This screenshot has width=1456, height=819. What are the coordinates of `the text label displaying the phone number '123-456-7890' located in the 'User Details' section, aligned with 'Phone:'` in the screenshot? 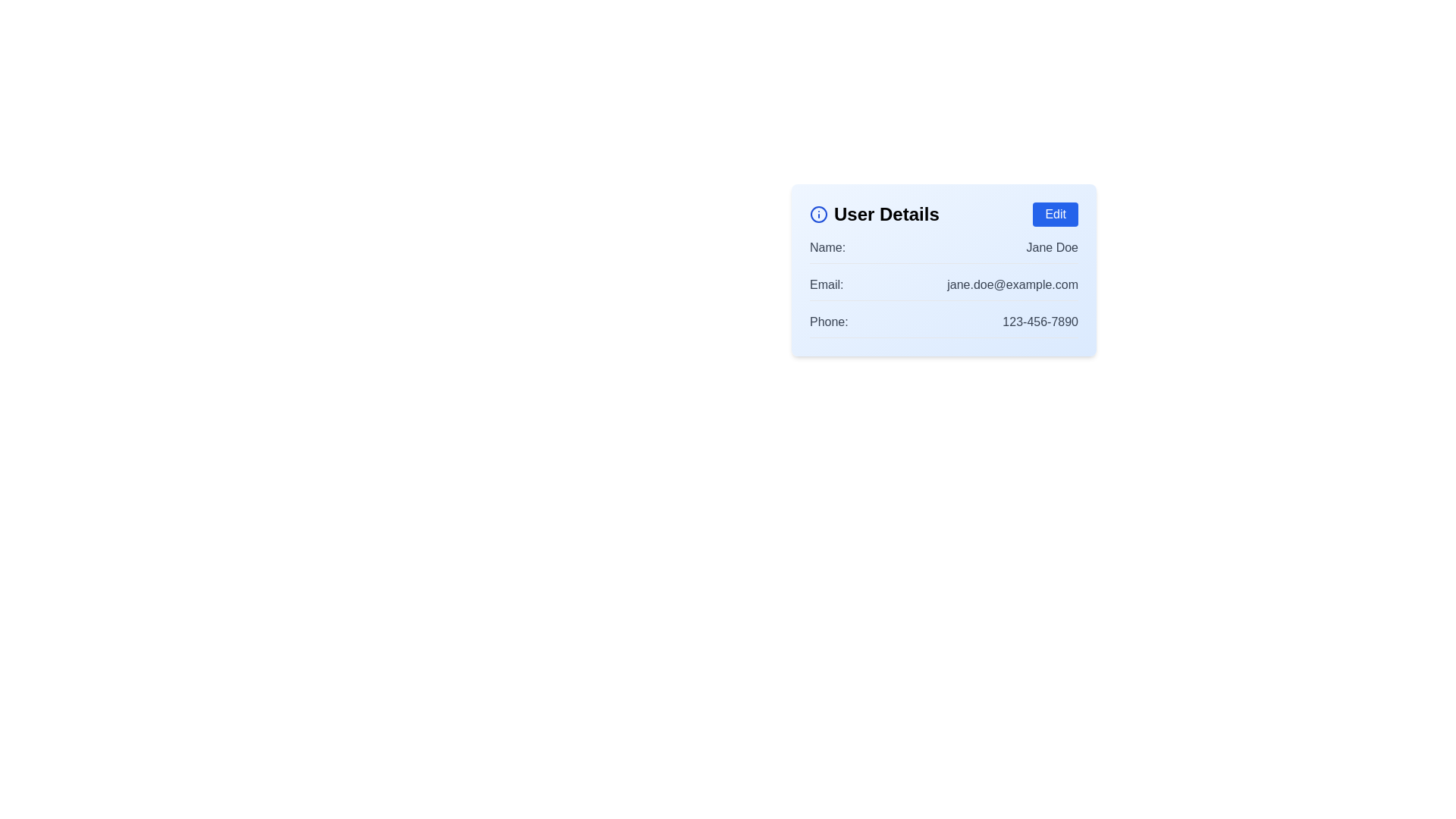 It's located at (1040, 321).